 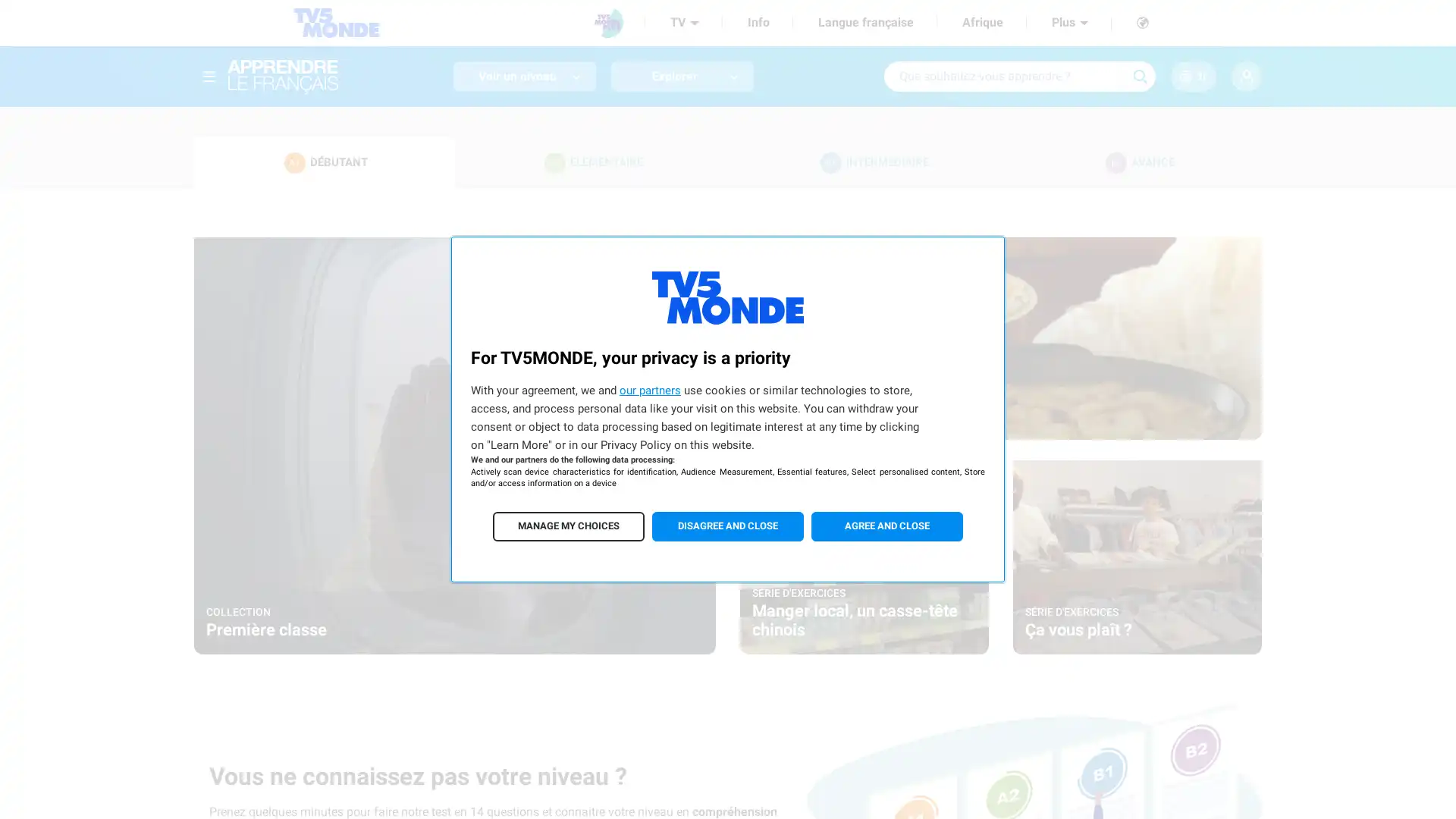 What do you see at coordinates (567, 526) in the screenshot?
I see `Configure your consents` at bounding box center [567, 526].